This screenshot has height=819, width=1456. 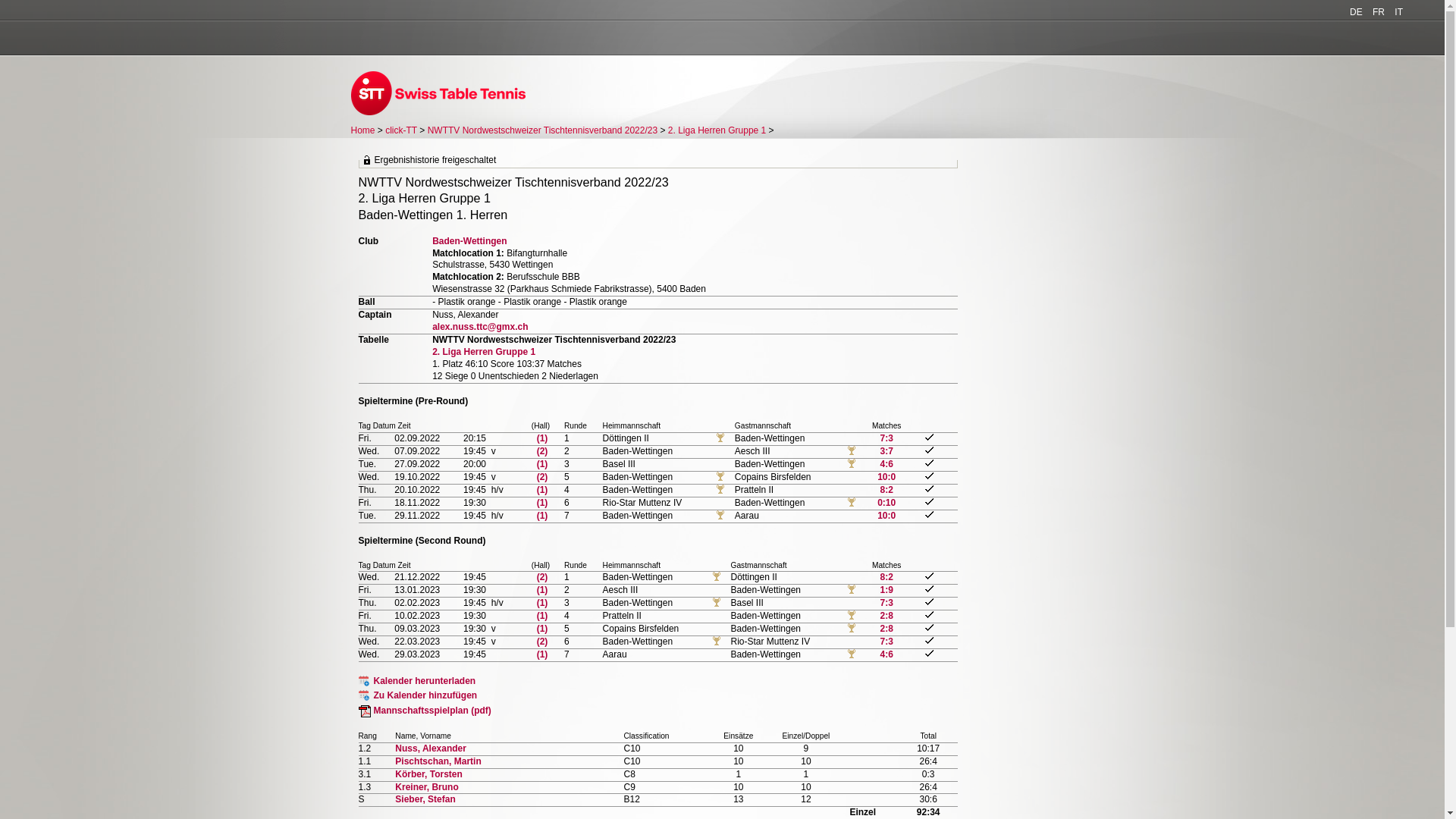 What do you see at coordinates (542, 629) in the screenshot?
I see `'(1)'` at bounding box center [542, 629].